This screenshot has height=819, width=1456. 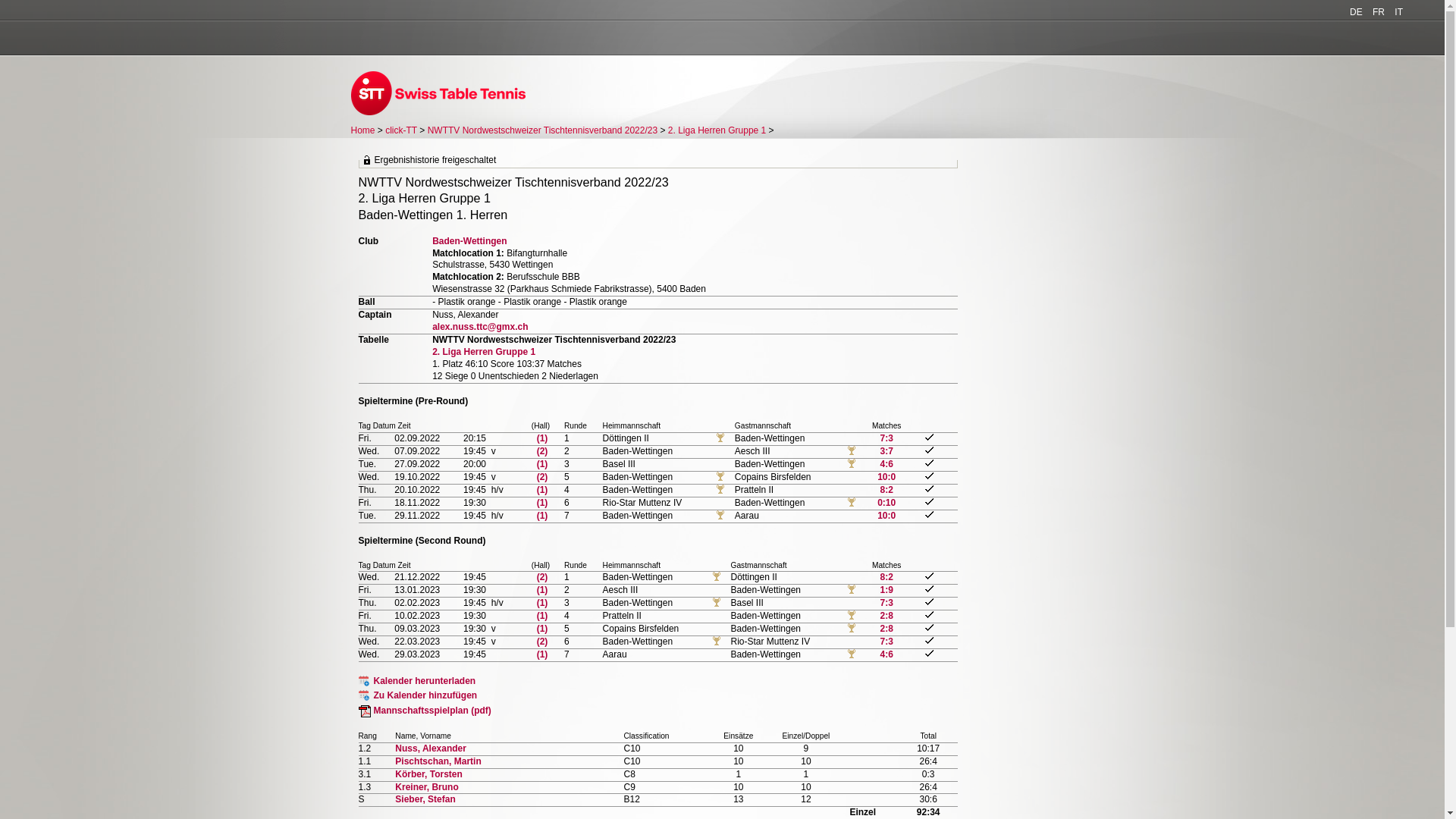 What do you see at coordinates (542, 629) in the screenshot?
I see `'(1)'` at bounding box center [542, 629].